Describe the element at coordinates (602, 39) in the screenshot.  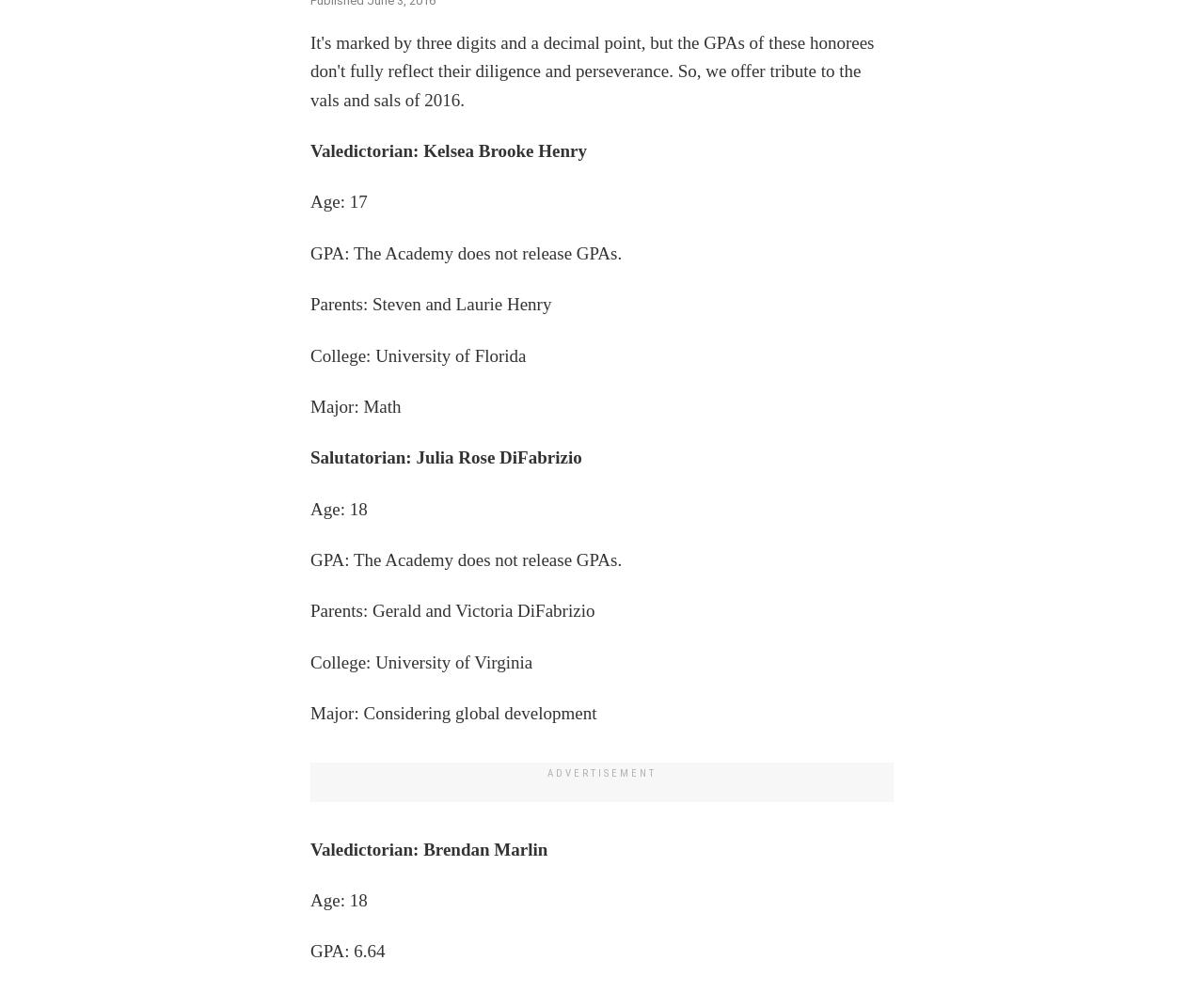
I see `'FLASH SALE – Ends soon!'` at that location.